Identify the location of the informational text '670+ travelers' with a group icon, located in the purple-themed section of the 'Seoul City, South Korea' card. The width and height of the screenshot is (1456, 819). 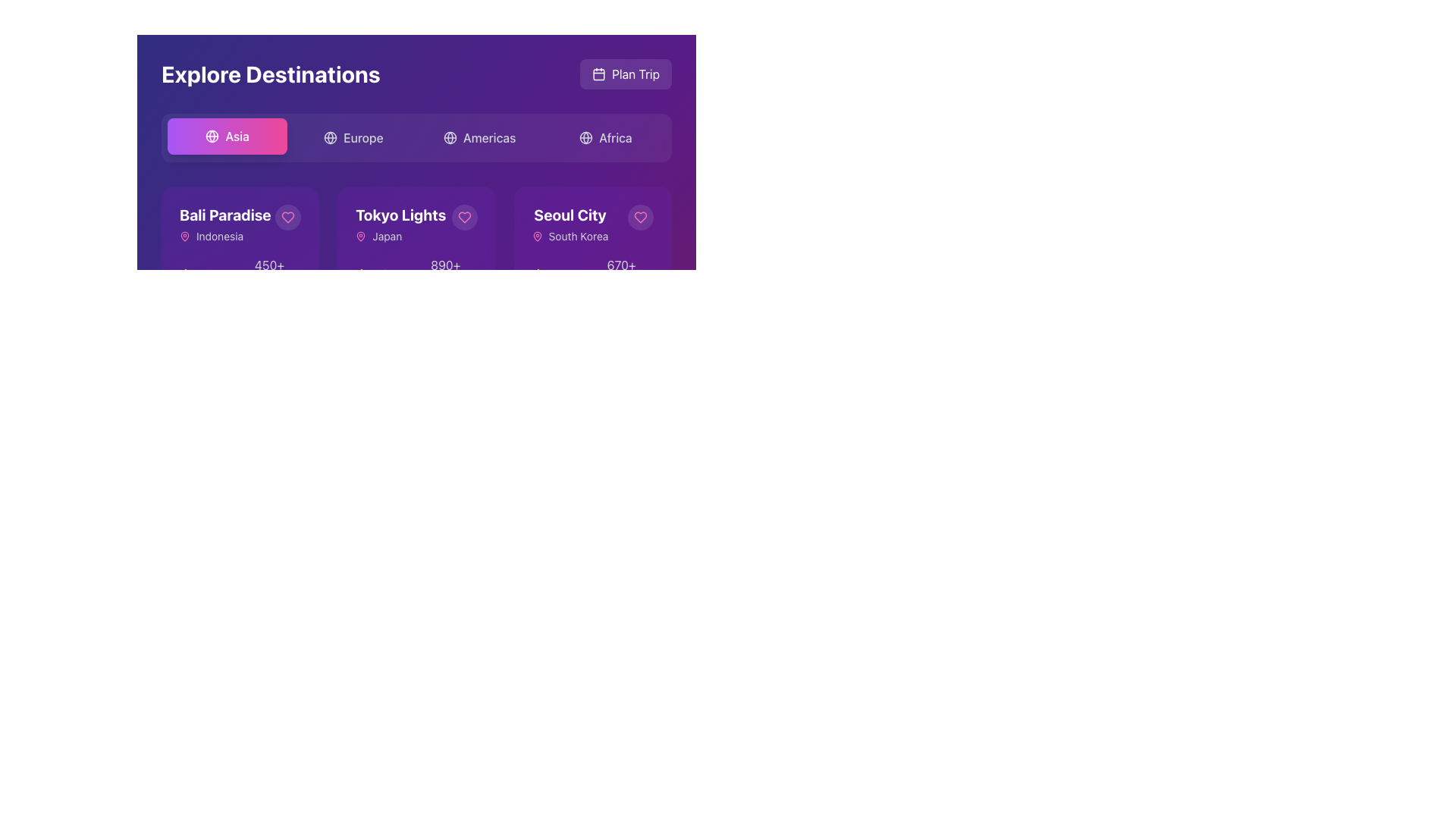
(615, 275).